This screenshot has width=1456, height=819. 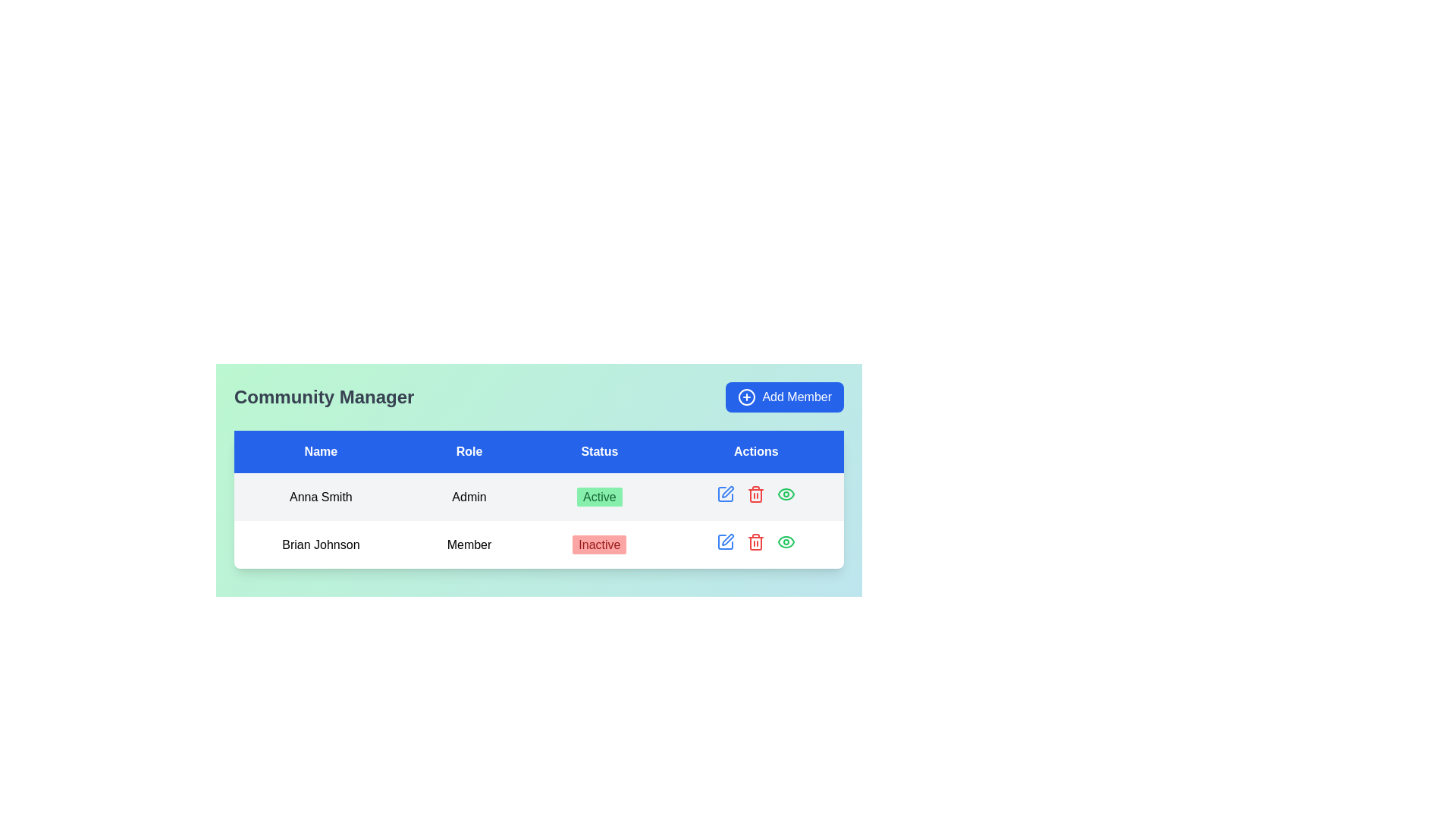 I want to click on the 'Active' label, which is a small rectangular badge with a green background located in the 'Status' column of the 'Community Manager' table for the user 'Anna Smith', so click(x=598, y=497).